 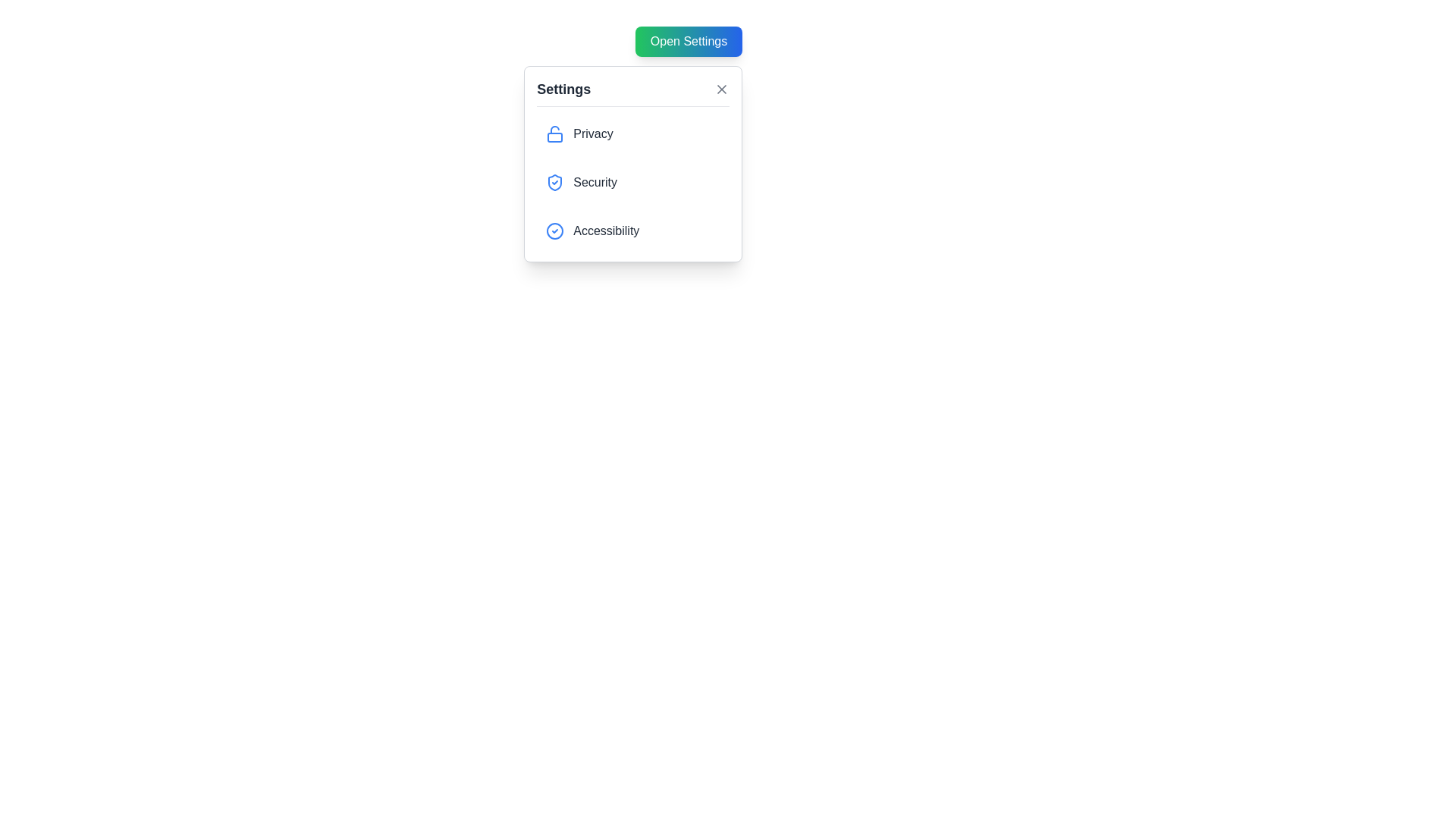 I want to click on the close ('X') button located at the upper-right corner of the 'Settings' modal dialog box, so click(x=721, y=89).